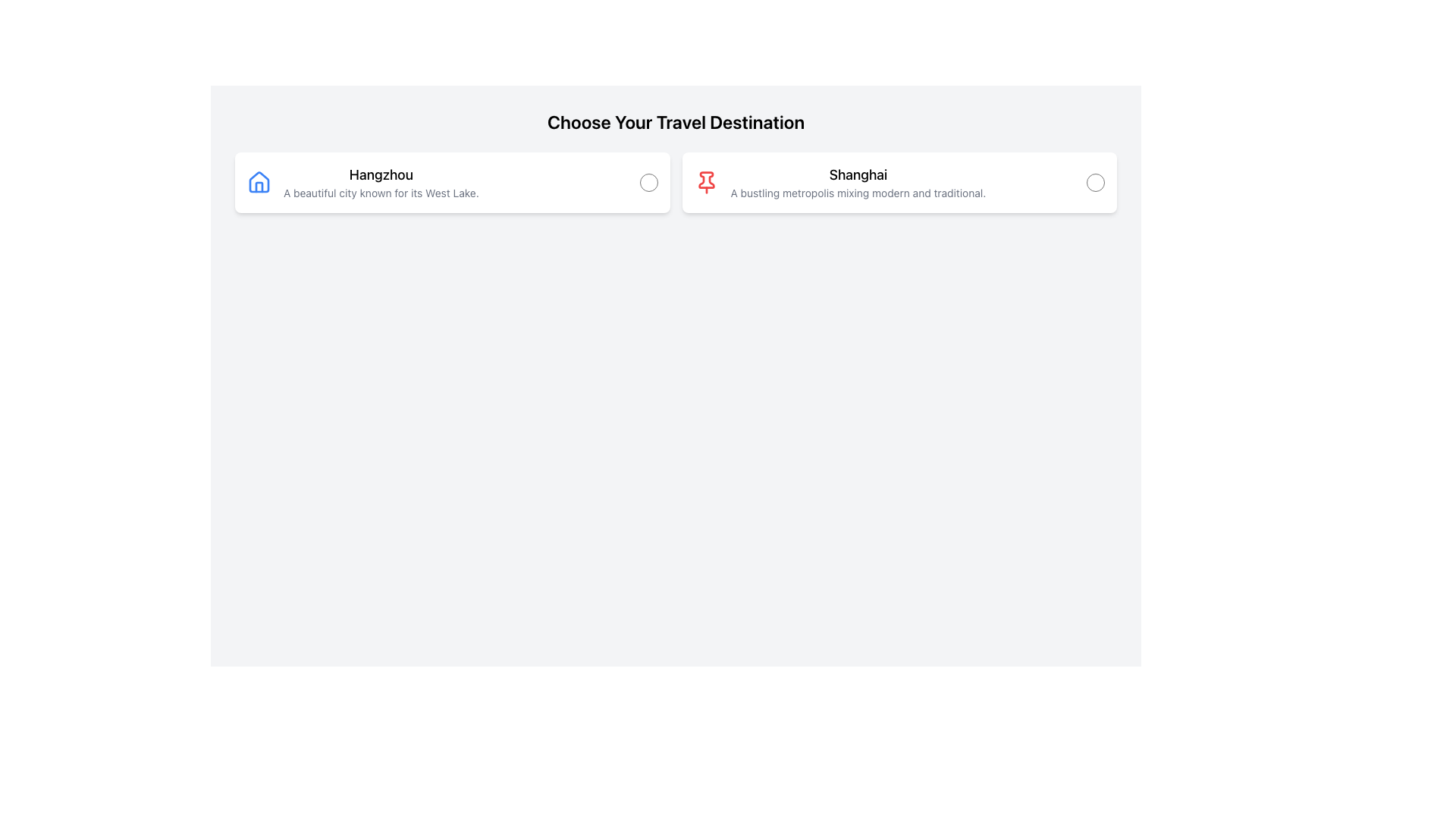 The image size is (1456, 819). I want to click on the radio button for selecting 'Shanghai' as the travel destination, so click(1095, 181).